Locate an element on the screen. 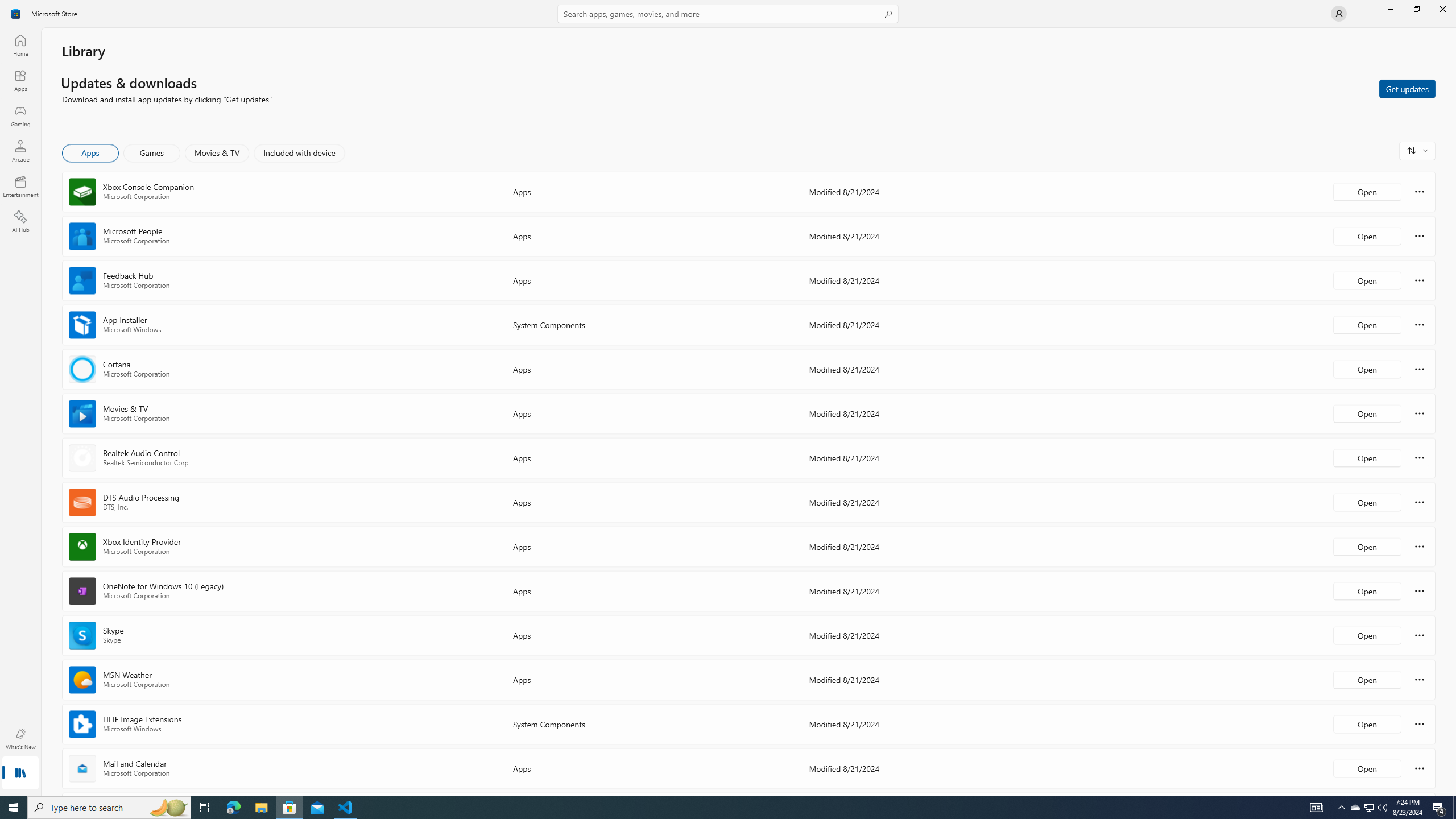 Image resolution: width=1456 pixels, height=819 pixels. 'Restore Microsoft Store' is located at coordinates (1416, 9).